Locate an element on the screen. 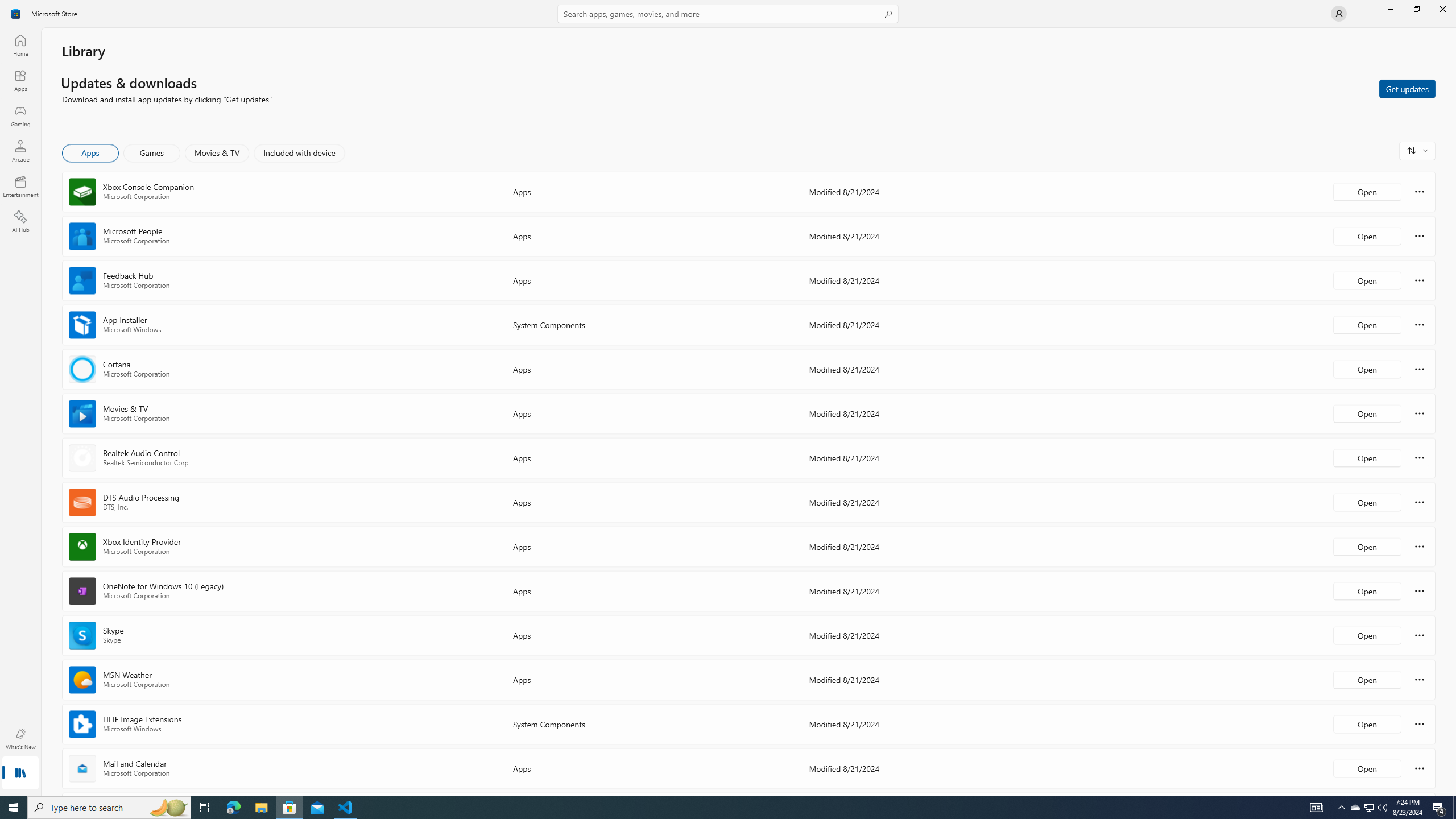 Image resolution: width=1456 pixels, height=819 pixels. 'Restore Microsoft Store' is located at coordinates (1416, 9).